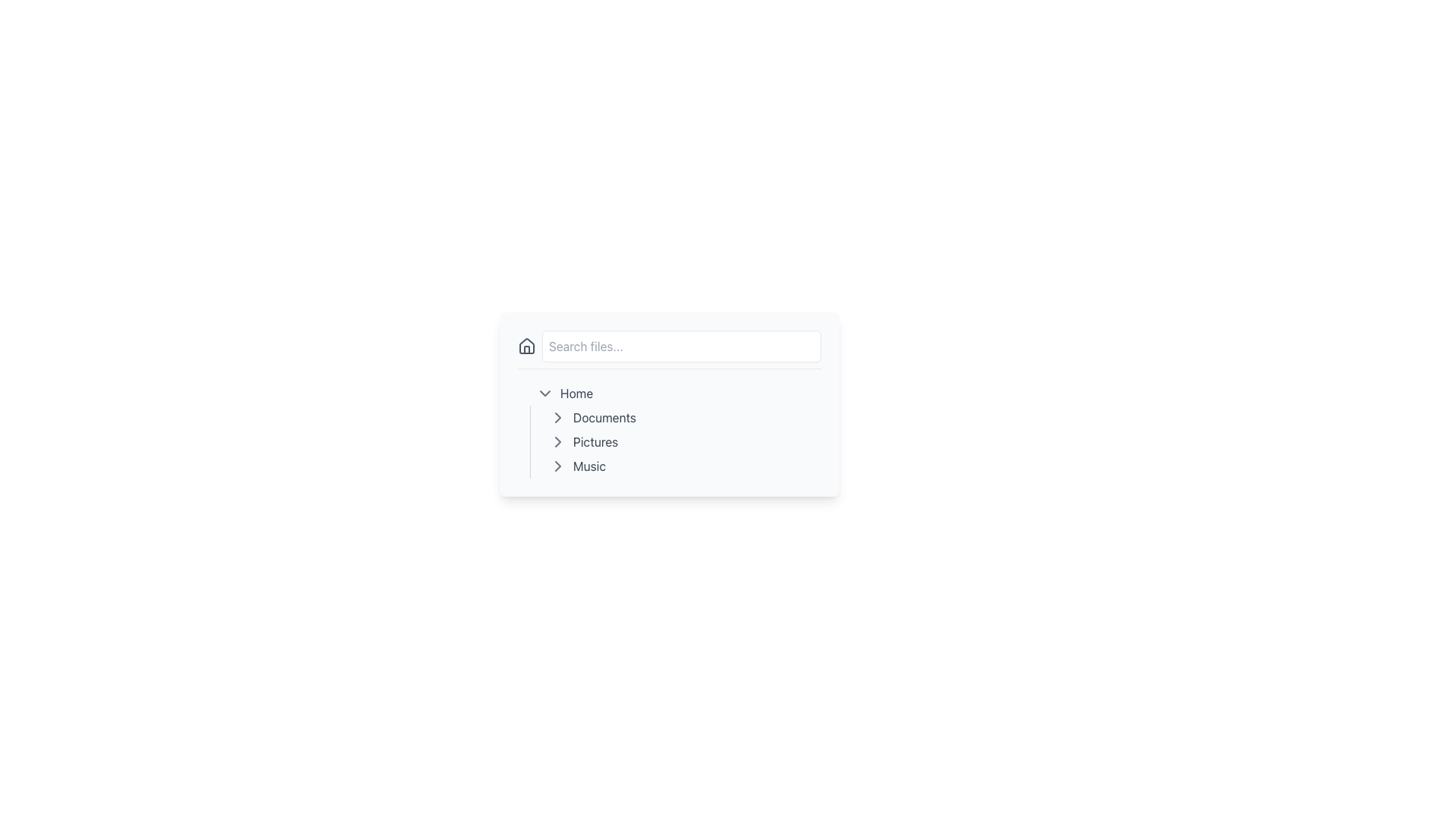  I want to click on the house icon element representing the 'Home' navigation functionality, so click(527, 345).